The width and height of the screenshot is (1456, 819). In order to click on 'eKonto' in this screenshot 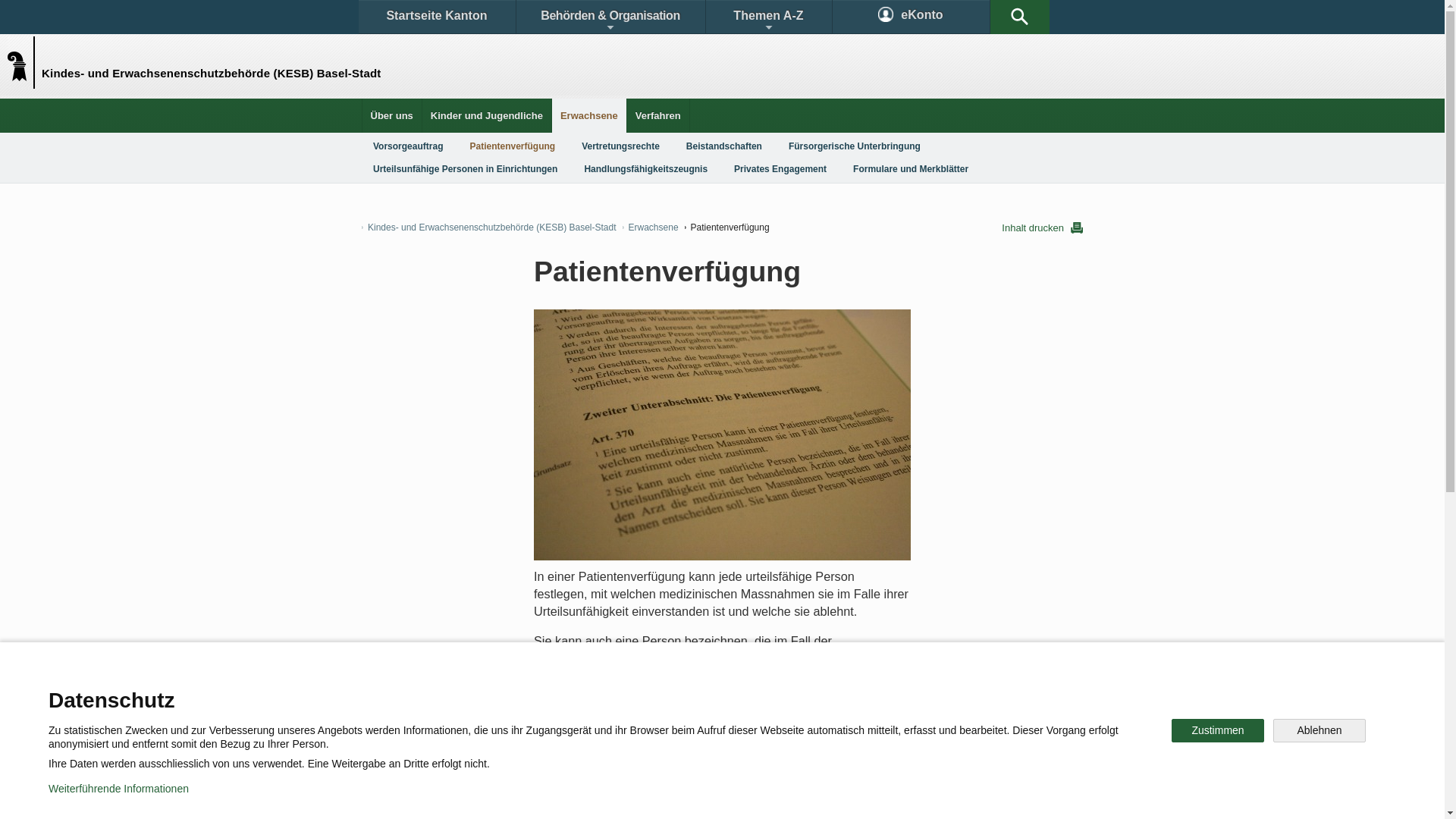, I will do `click(910, 17)`.